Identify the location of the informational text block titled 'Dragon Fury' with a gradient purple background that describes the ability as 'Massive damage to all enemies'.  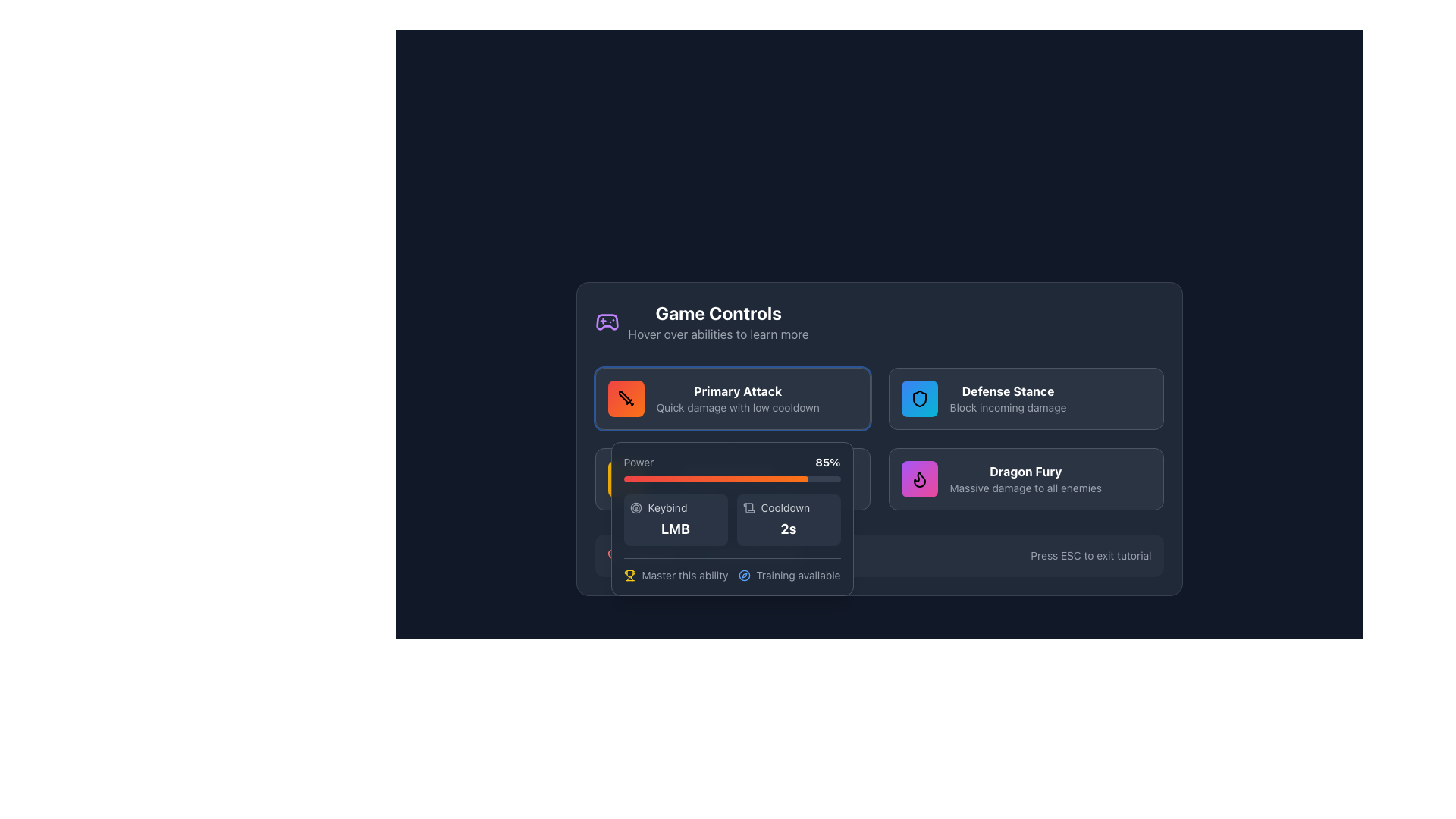
(1025, 479).